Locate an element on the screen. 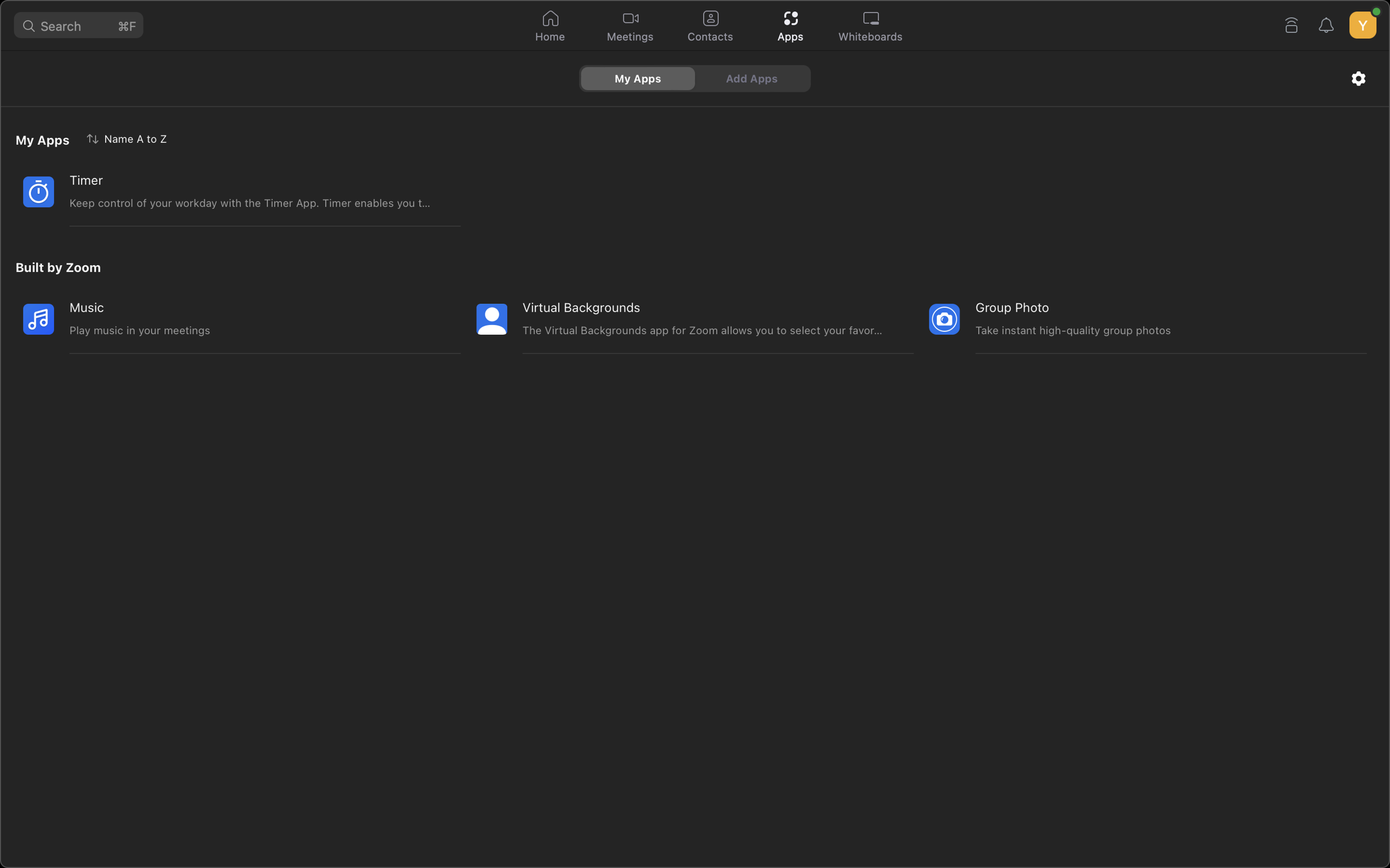 This screenshot has height=868, width=1390. the timer application is located at coordinates (224, 191).